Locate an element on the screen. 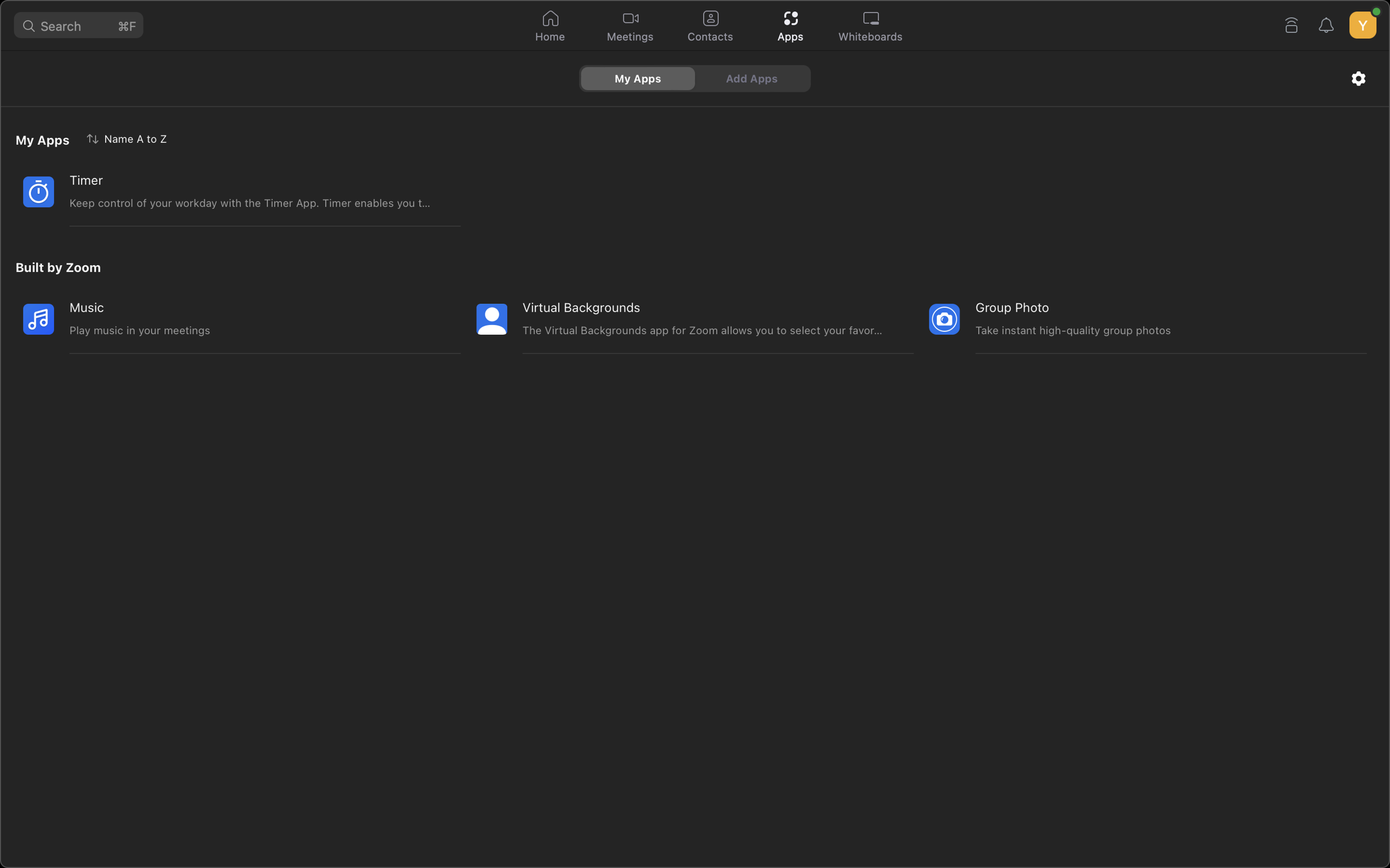 This screenshot has height=868, width=1390. the timer application is located at coordinates (224, 191).